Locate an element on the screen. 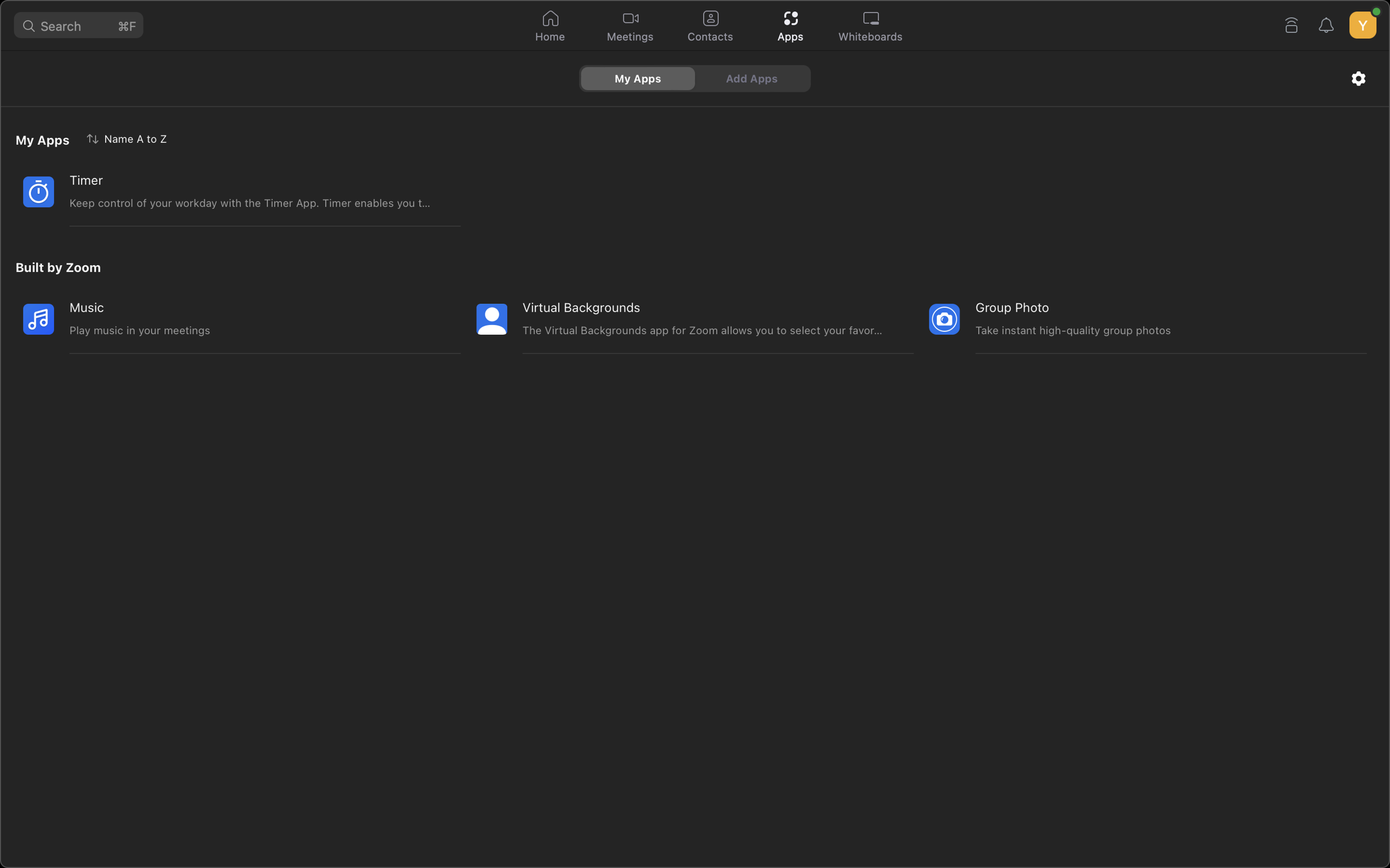 This screenshot has height=868, width=1390. the timer application is located at coordinates (224, 191).